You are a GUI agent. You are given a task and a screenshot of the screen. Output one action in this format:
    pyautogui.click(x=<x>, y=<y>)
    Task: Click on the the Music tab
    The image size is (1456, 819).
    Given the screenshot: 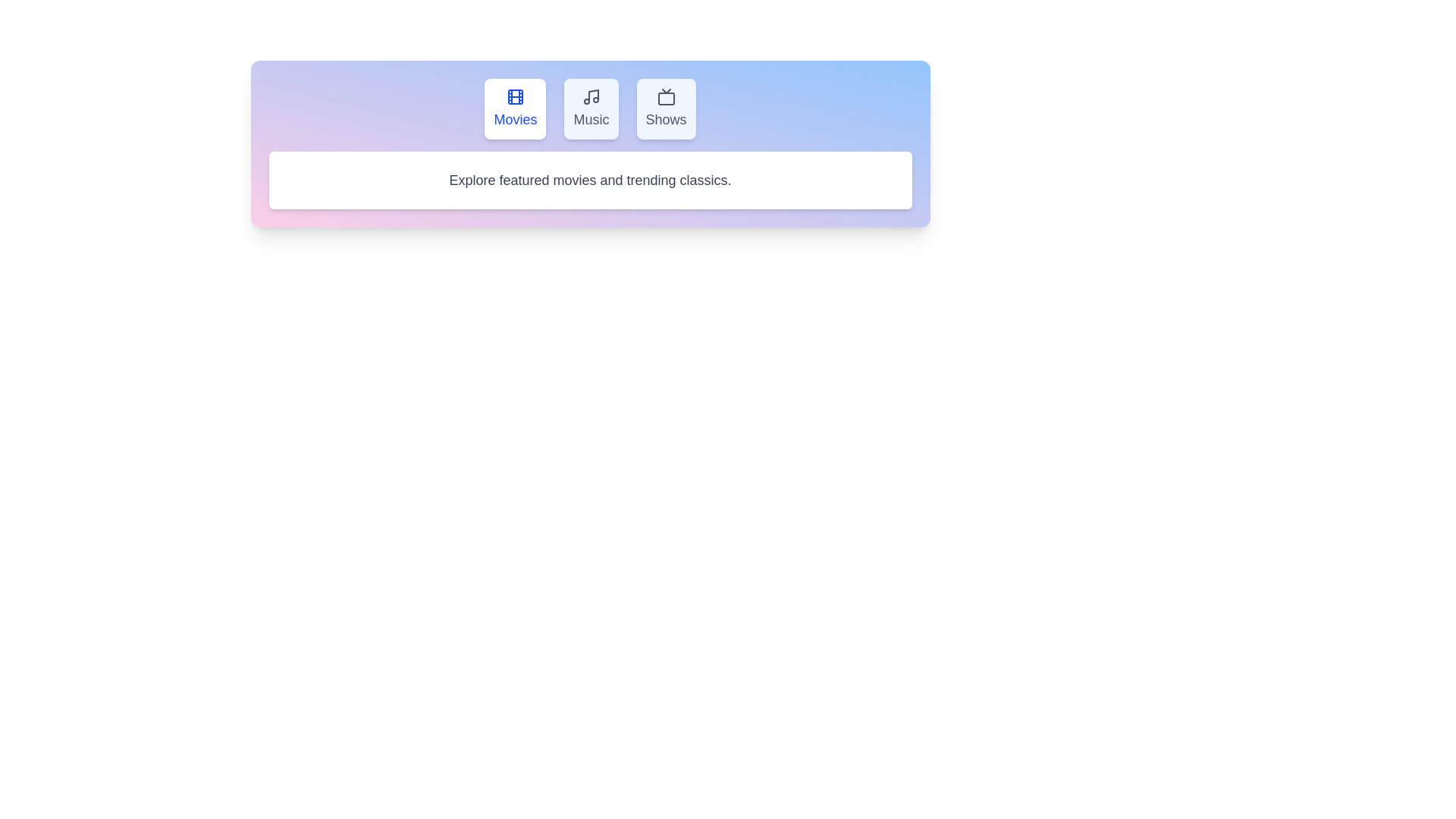 What is the action you would take?
    pyautogui.click(x=590, y=108)
    